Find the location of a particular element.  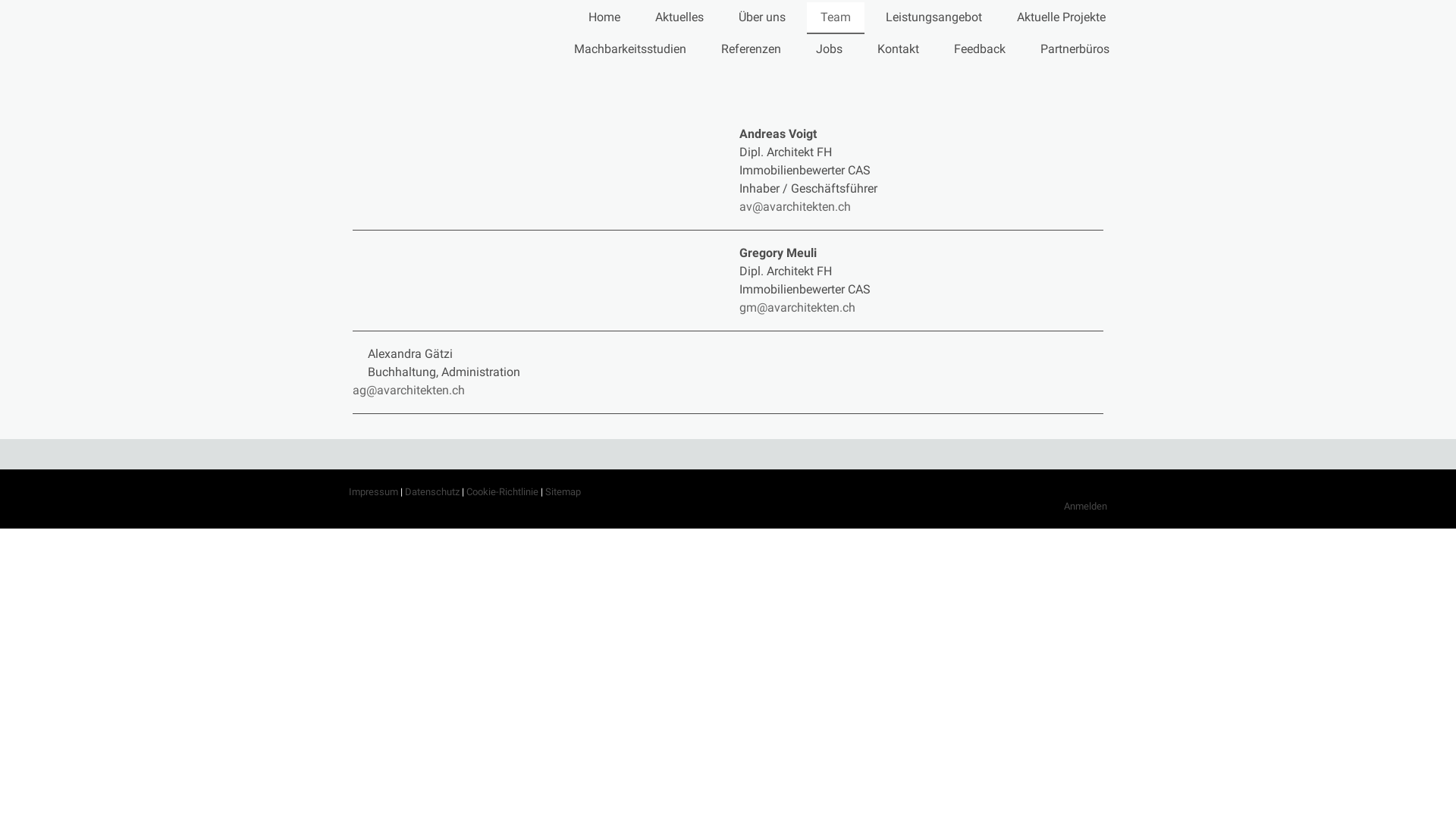

'Jobs' is located at coordinates (828, 49).